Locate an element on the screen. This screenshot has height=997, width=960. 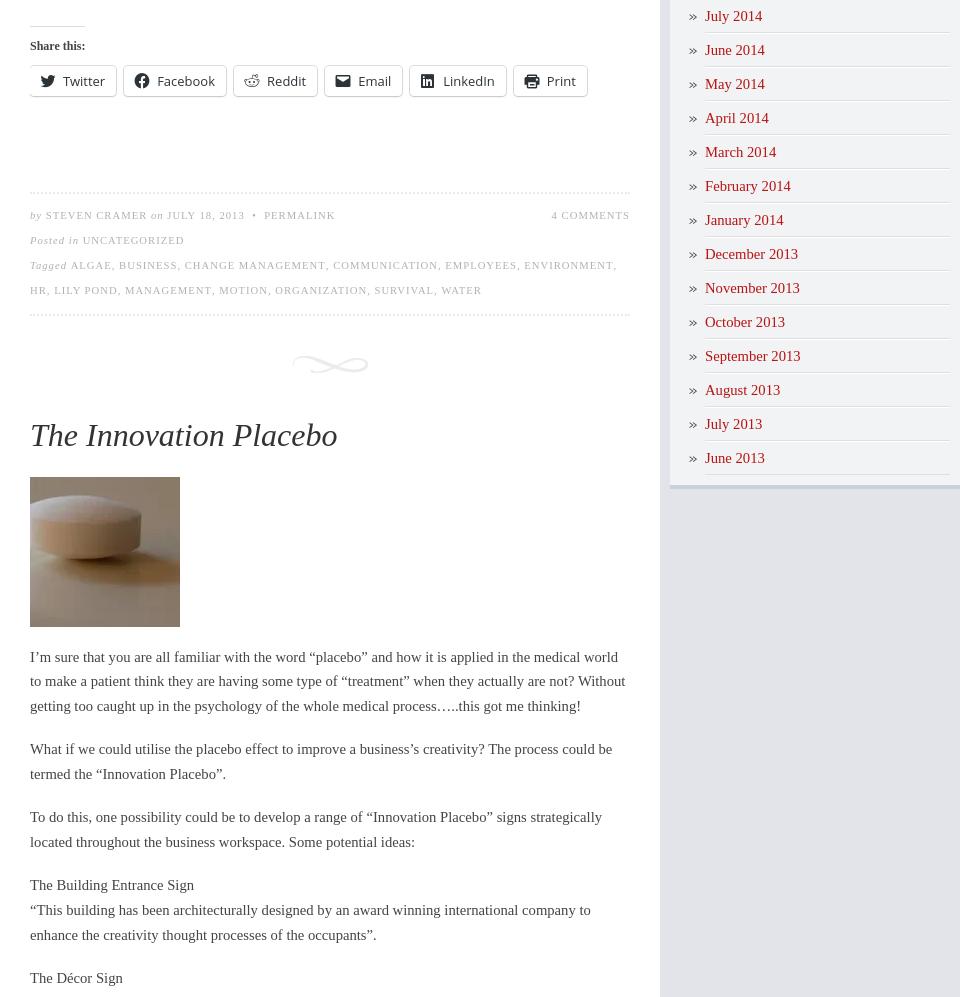
'The Décor Sign' is located at coordinates (76, 975).